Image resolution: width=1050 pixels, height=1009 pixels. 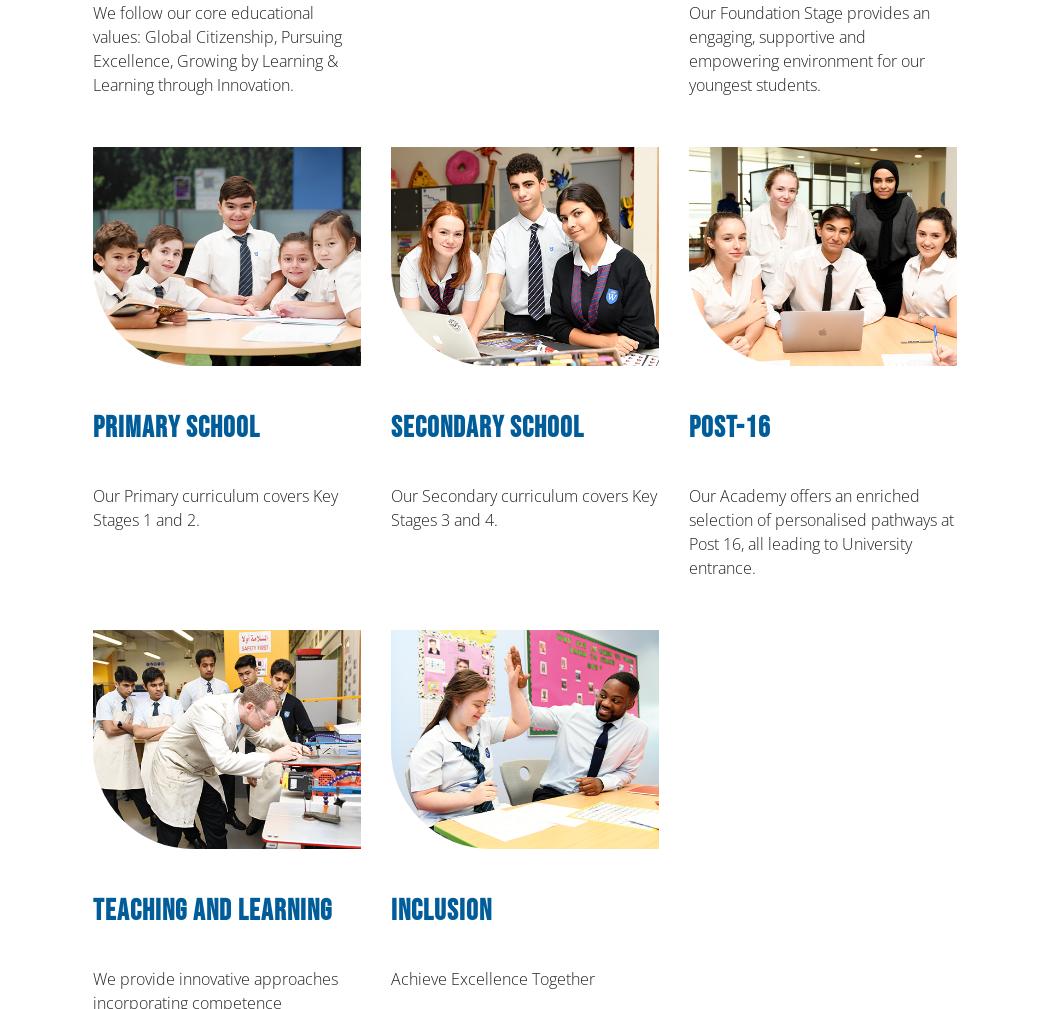 What do you see at coordinates (214, 508) in the screenshot?
I see `'Our Primary curriculum covers Key Stages 1 and 2.'` at bounding box center [214, 508].